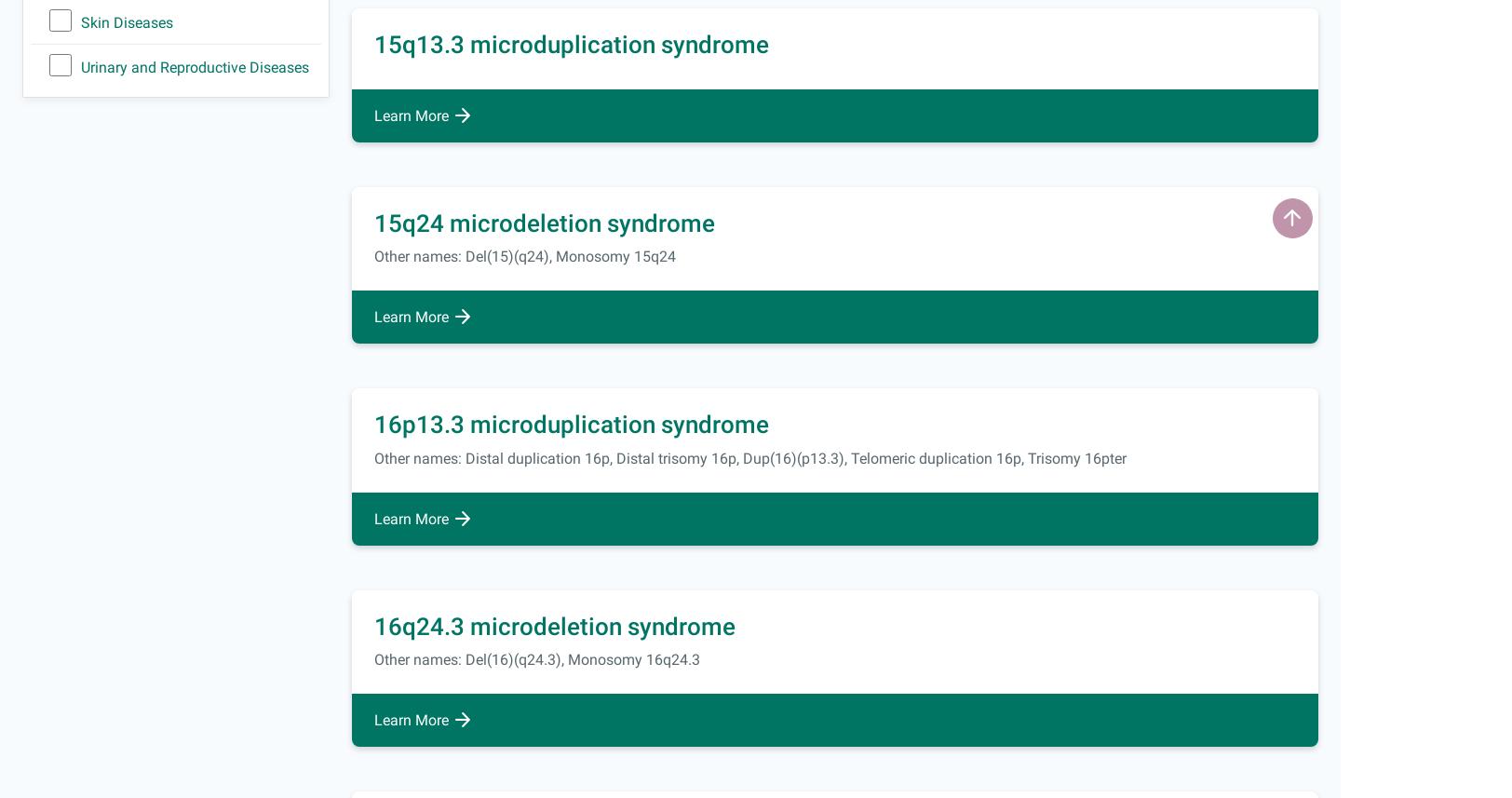 This screenshot has width=1512, height=798. Describe the element at coordinates (373, 255) in the screenshot. I see `'Other names: Del(15)(q24), Monosomy 15q24'` at that location.